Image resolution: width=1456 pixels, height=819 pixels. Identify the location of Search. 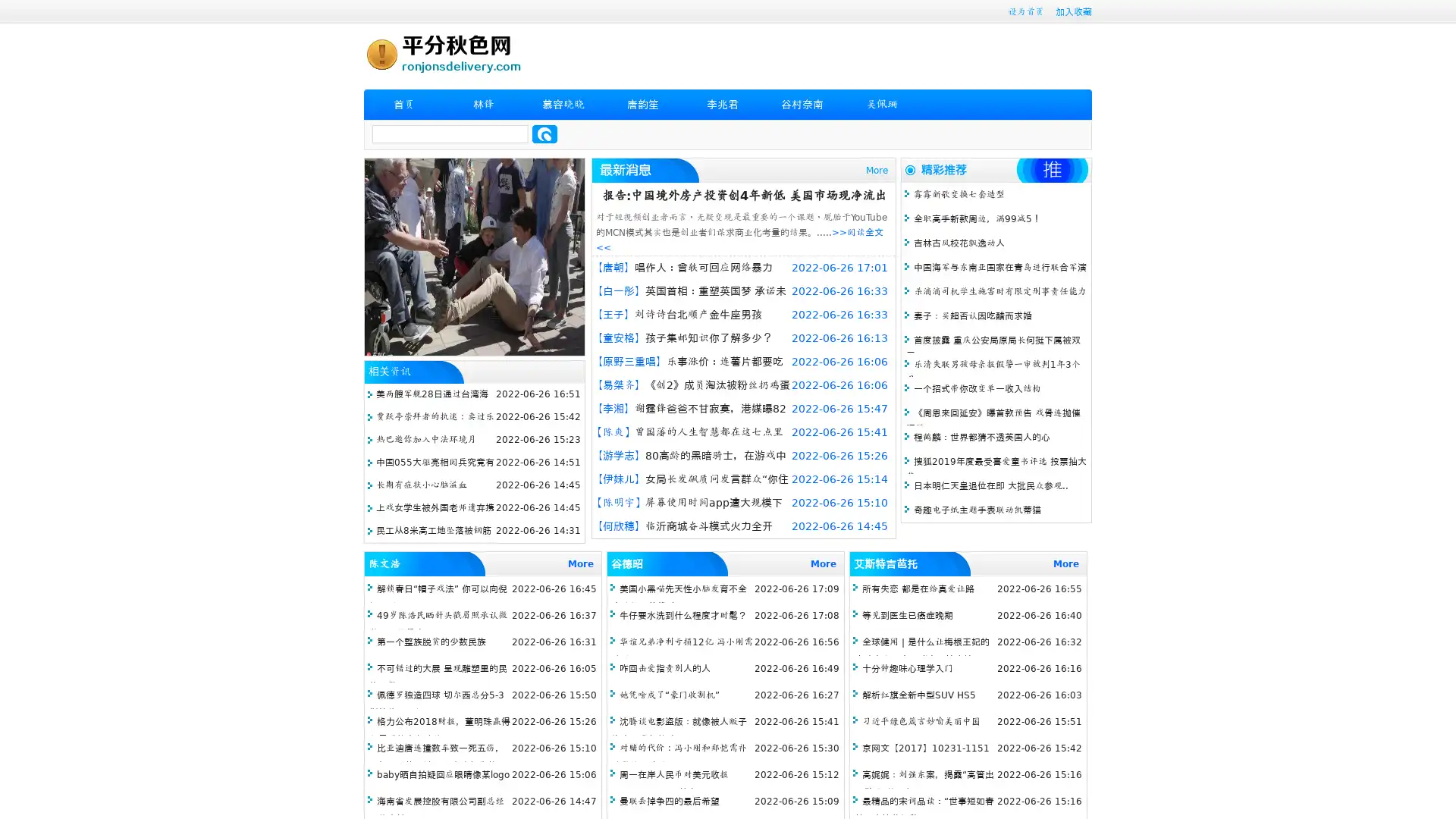
(544, 133).